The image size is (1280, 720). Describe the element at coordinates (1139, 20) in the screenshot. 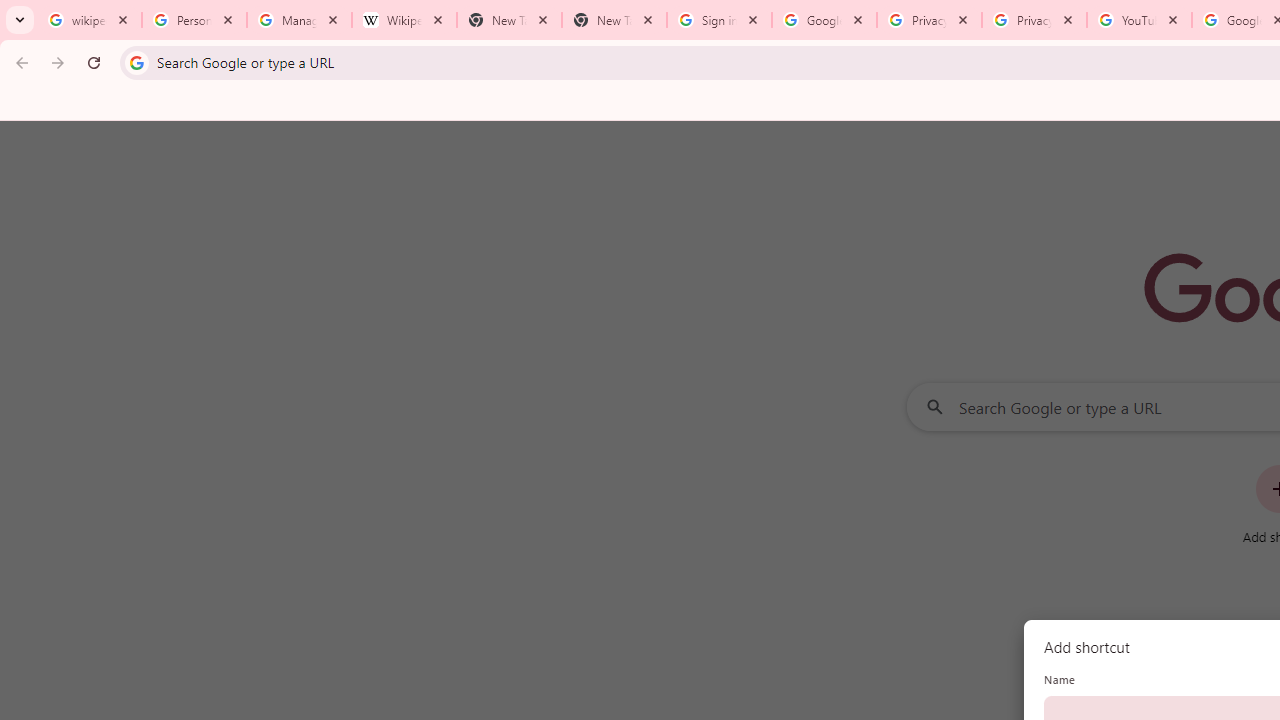

I see `'YouTube'` at that location.